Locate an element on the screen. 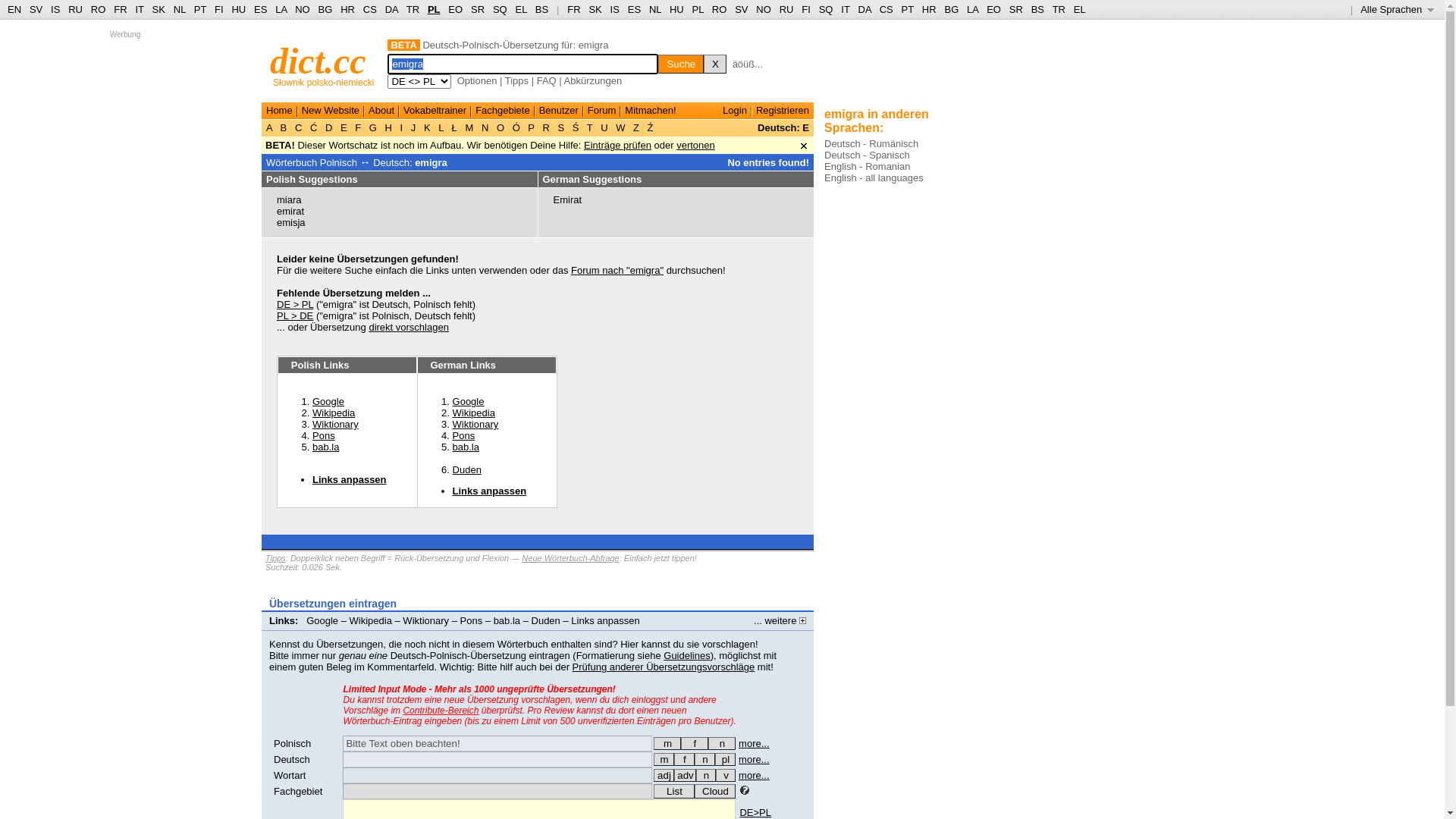 The width and height of the screenshot is (1456, 819). '... weitere' is located at coordinates (780, 620).